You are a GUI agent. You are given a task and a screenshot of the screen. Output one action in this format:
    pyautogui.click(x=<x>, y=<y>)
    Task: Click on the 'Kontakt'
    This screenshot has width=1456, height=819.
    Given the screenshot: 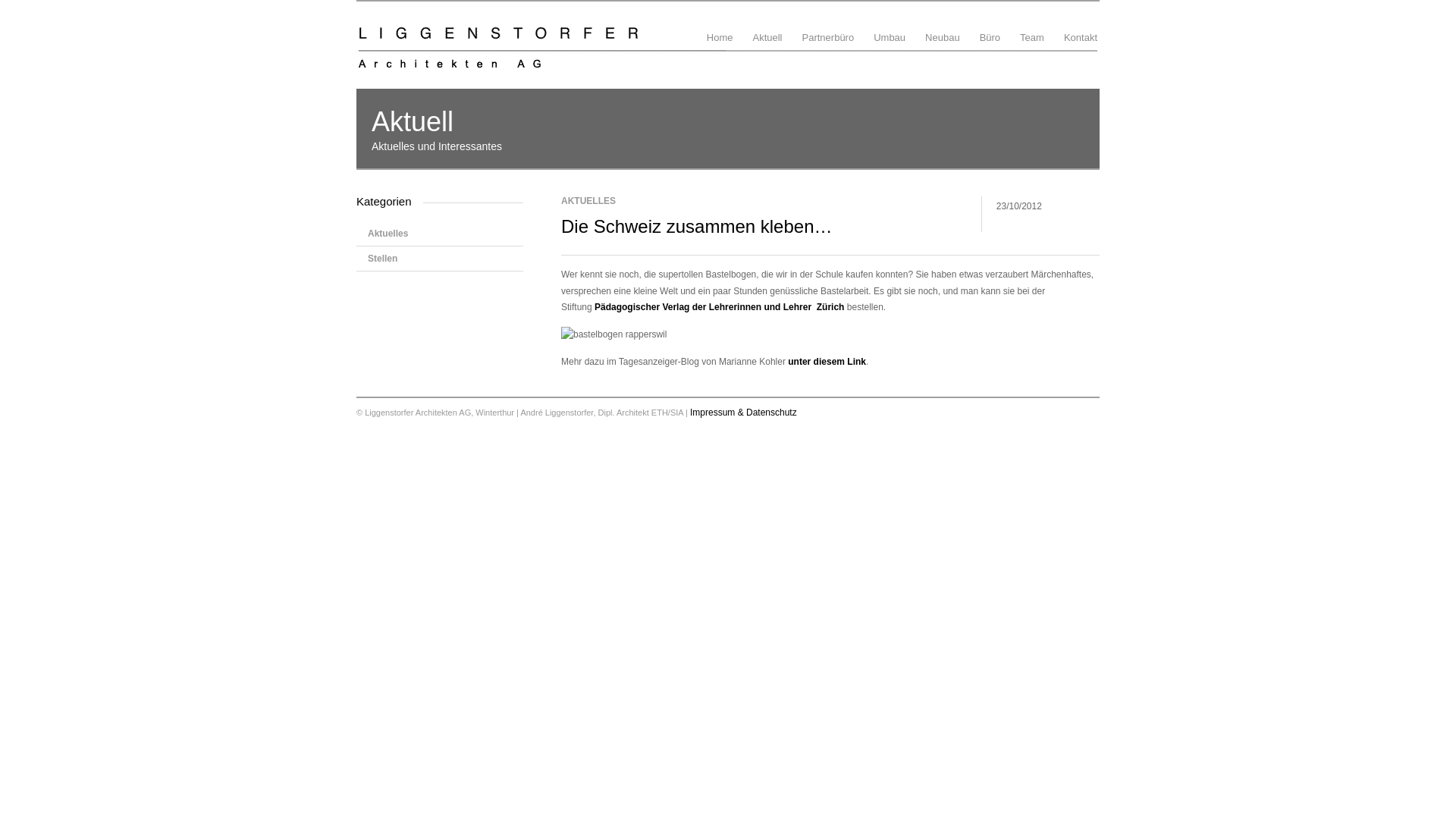 What is the action you would take?
    pyautogui.click(x=1061, y=25)
    